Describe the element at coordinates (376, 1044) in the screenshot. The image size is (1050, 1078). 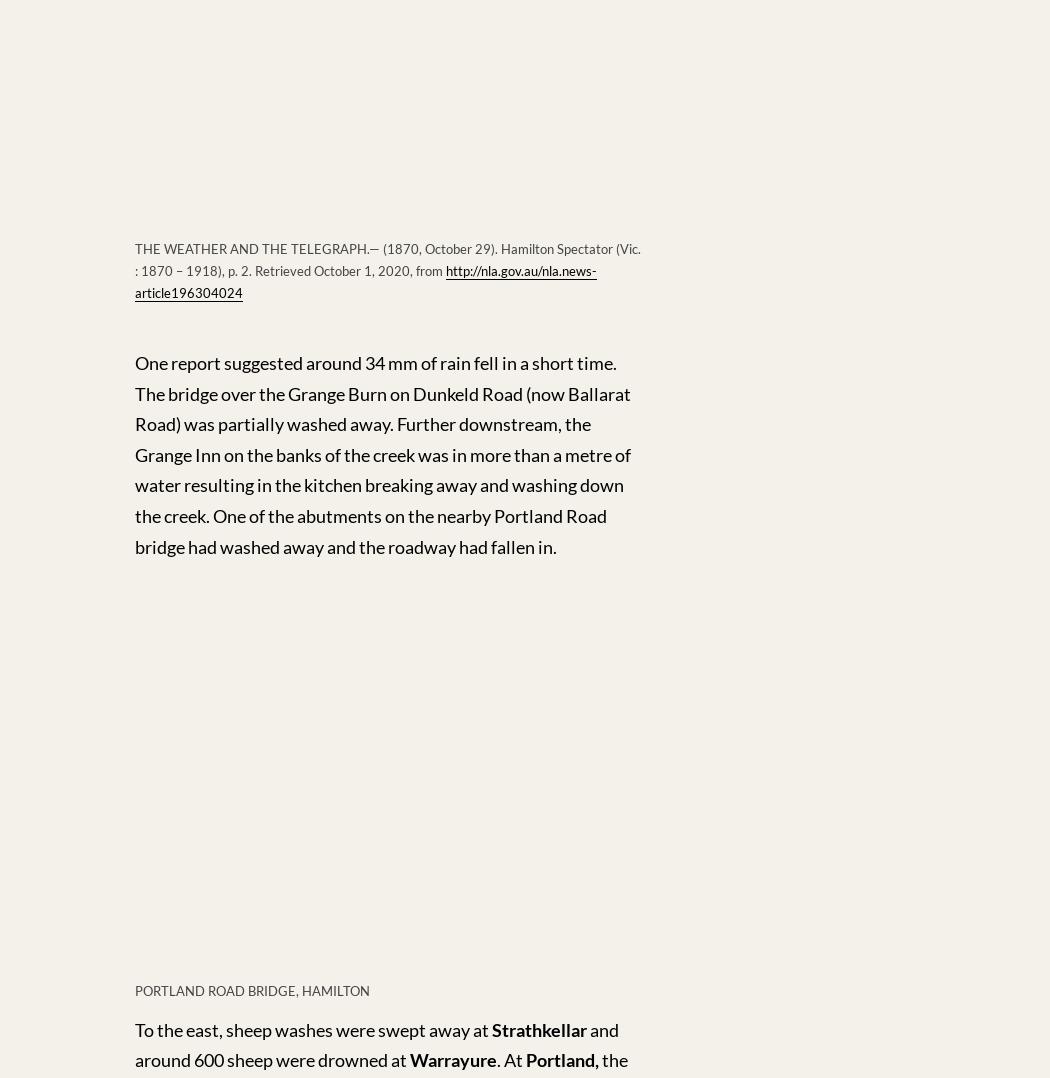
I see `'and around 600 sheep were drowned at'` at that location.